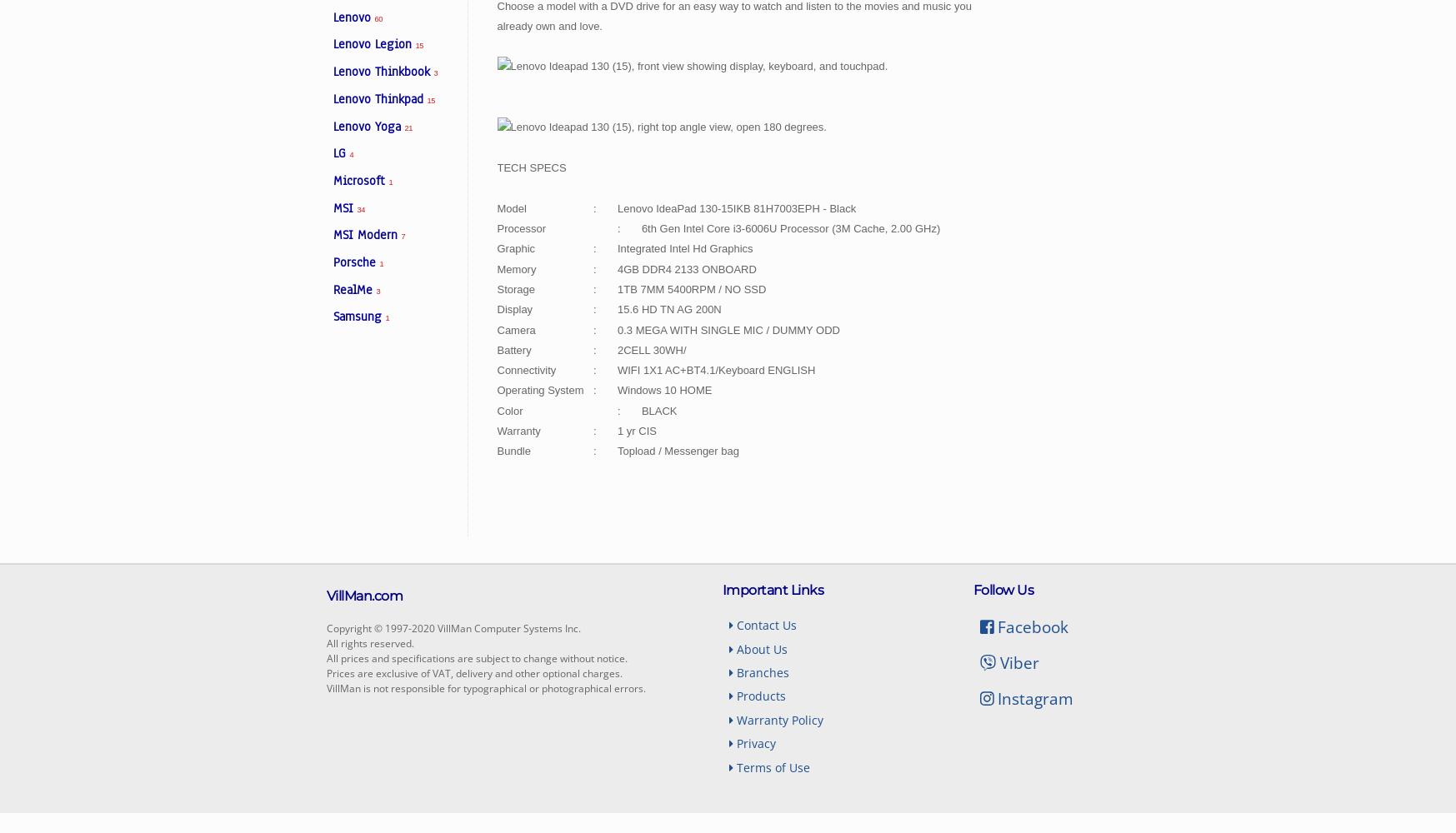 Image resolution: width=1456 pixels, height=833 pixels. What do you see at coordinates (373, 44) in the screenshot?
I see `'Lenovo Legion'` at bounding box center [373, 44].